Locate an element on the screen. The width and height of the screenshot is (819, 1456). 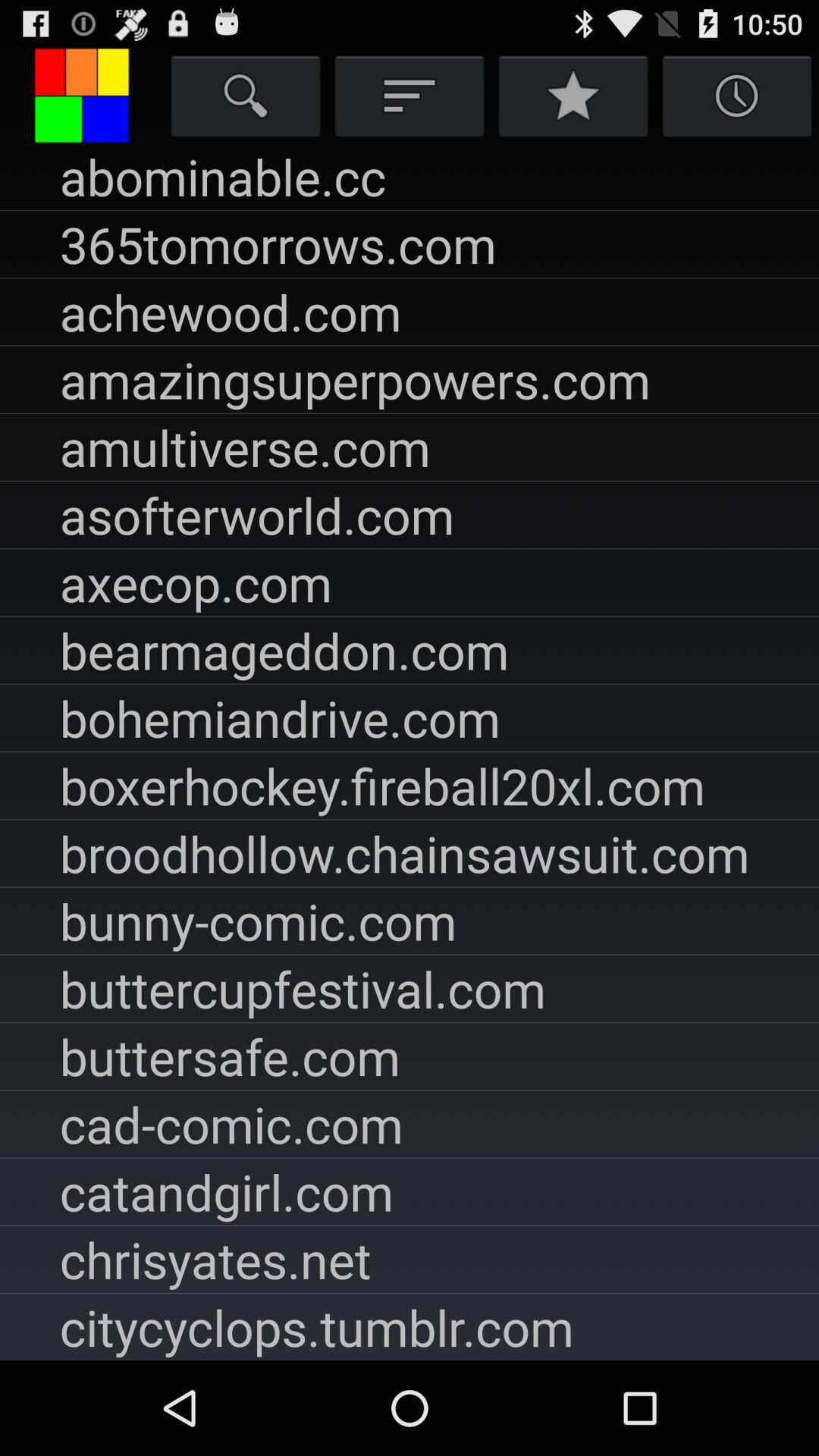
the search icon is located at coordinates (245, 101).